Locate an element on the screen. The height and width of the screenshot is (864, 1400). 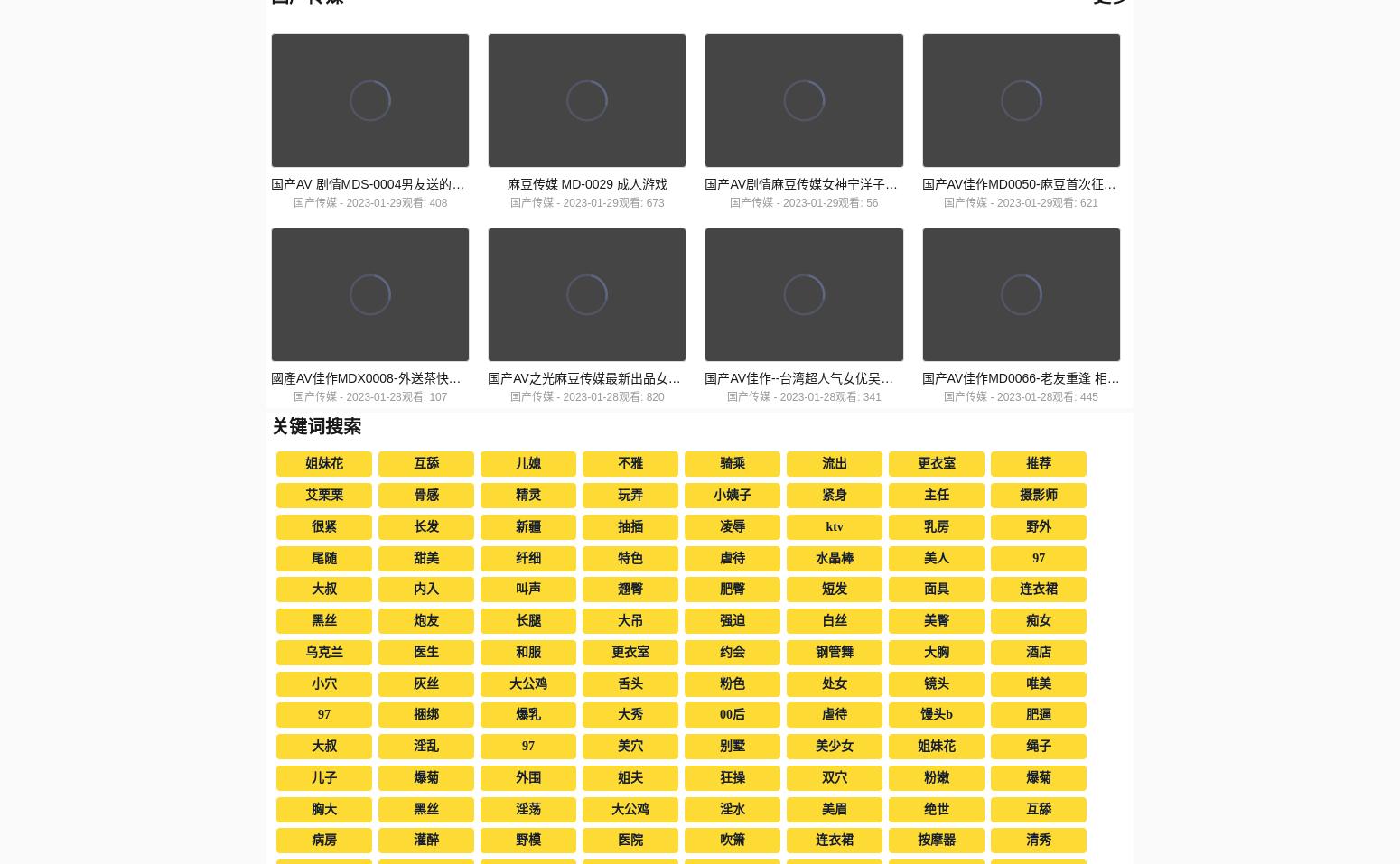
'00后' is located at coordinates (731, 713).